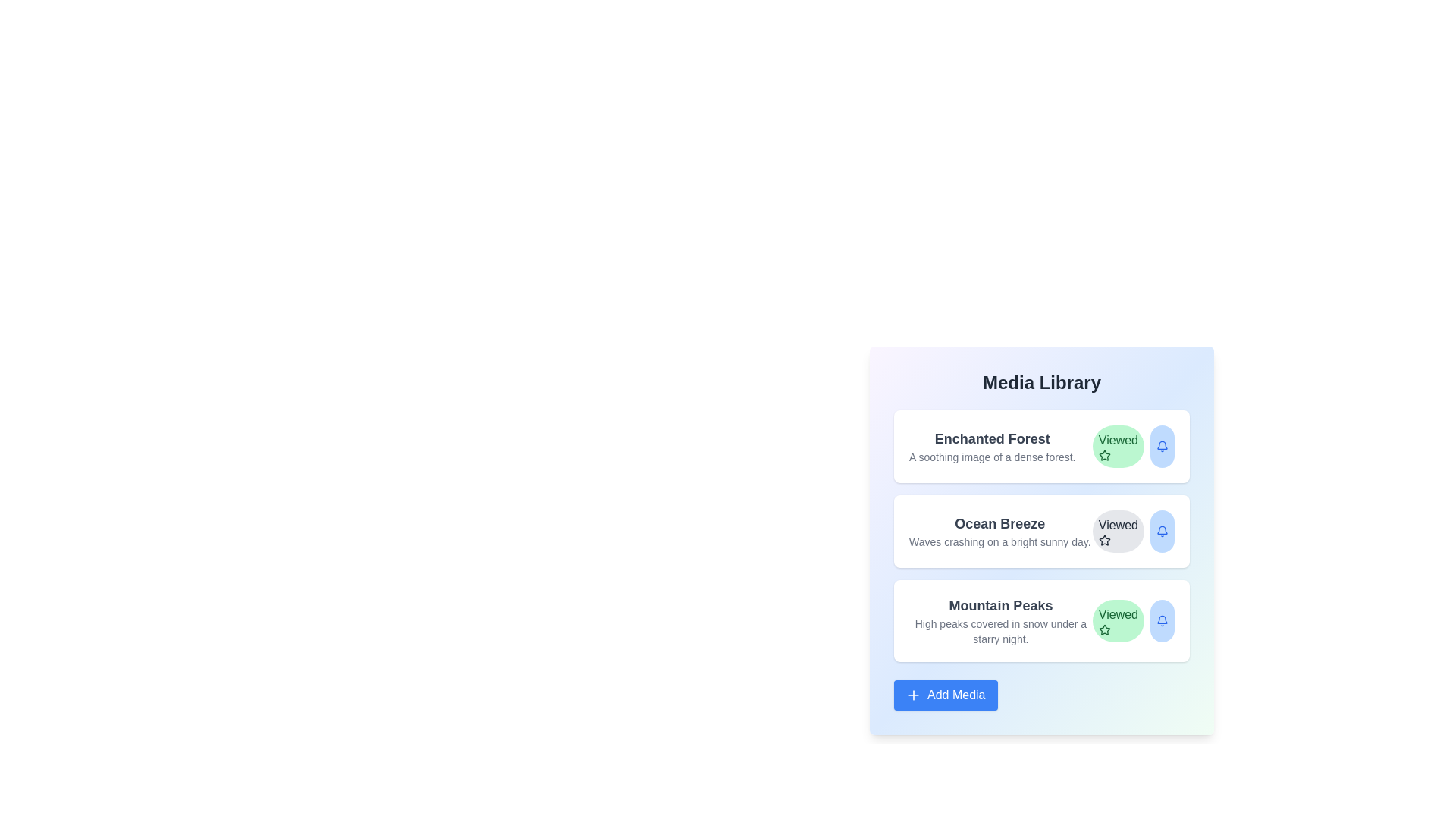 This screenshot has width=1456, height=819. Describe the element at coordinates (1161, 531) in the screenshot. I see `bell icon for the media item with title Ocean Breeze` at that location.